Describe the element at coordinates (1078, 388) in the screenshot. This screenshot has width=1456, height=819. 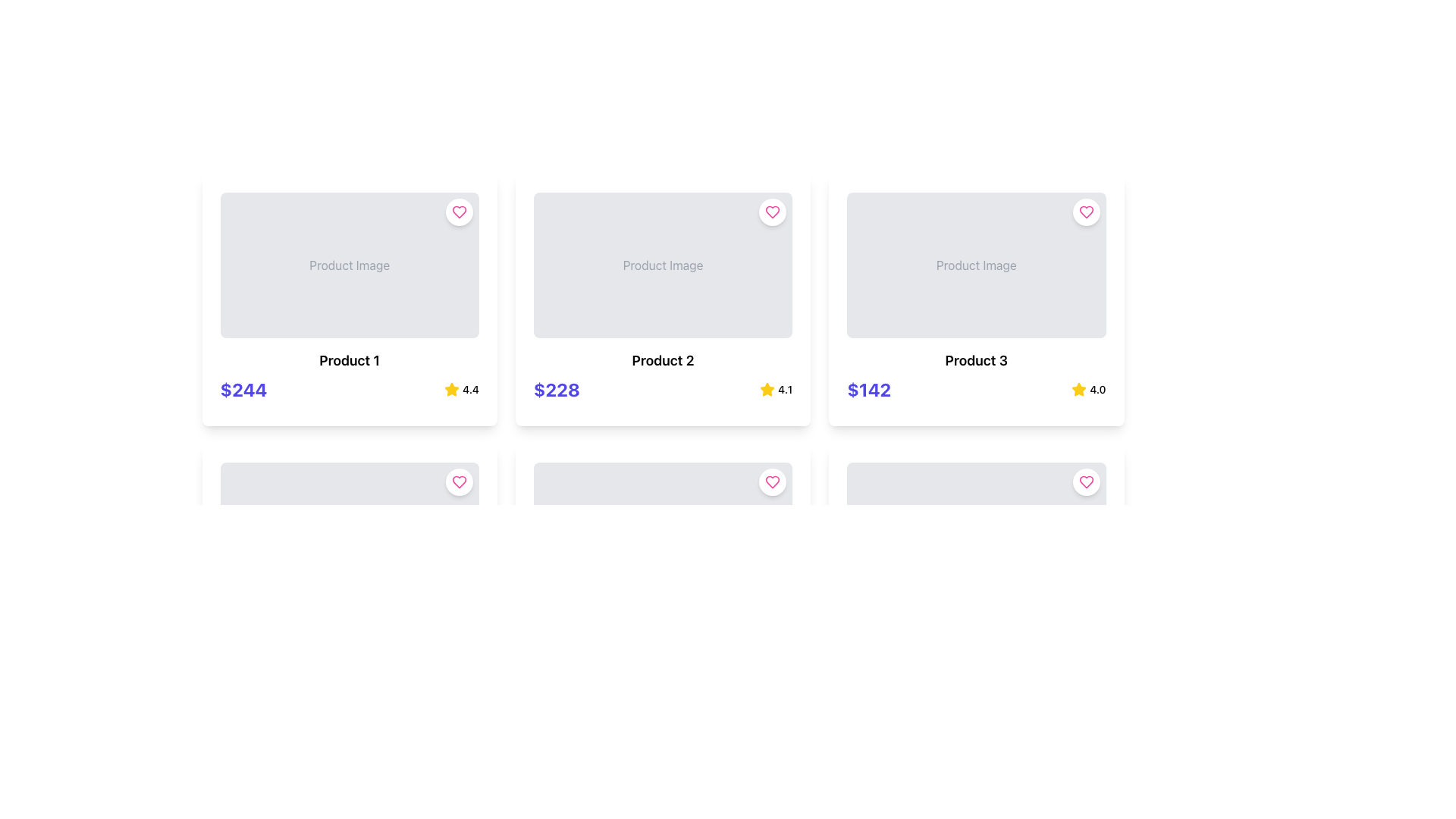
I see `the glowing yellow star icon located in the third product card from the left in the first row` at that location.